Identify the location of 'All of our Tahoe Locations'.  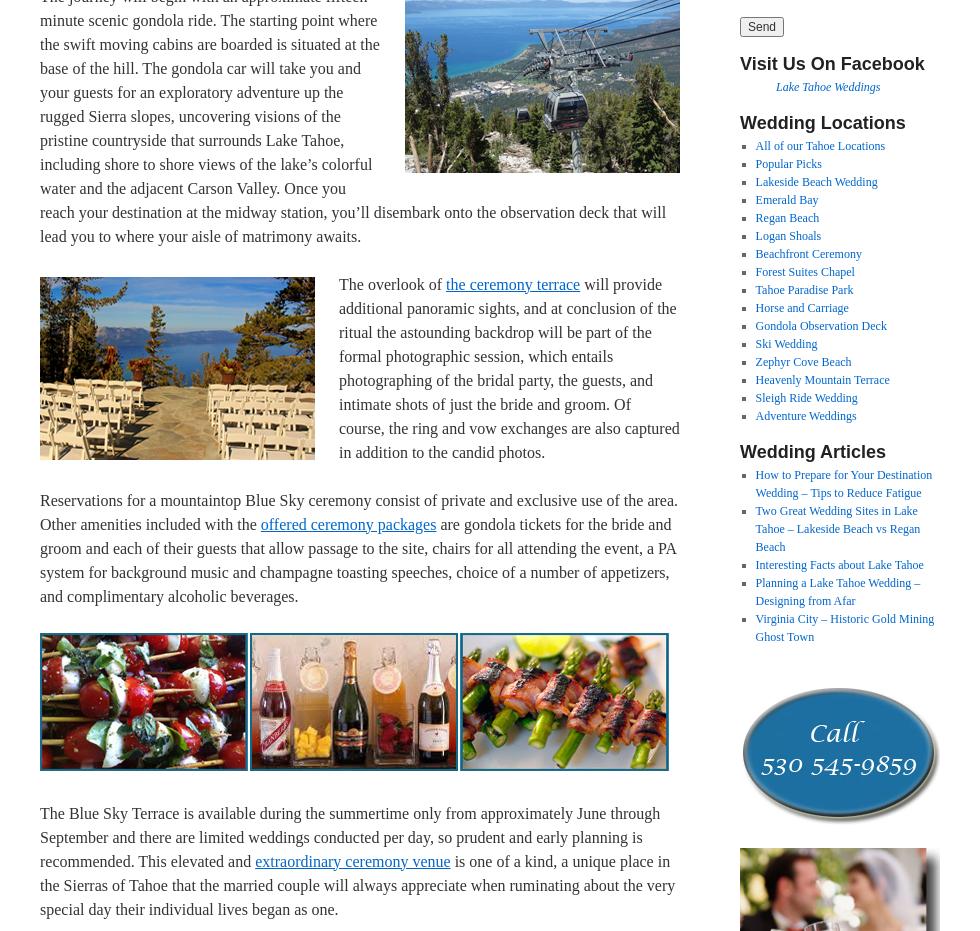
(754, 143).